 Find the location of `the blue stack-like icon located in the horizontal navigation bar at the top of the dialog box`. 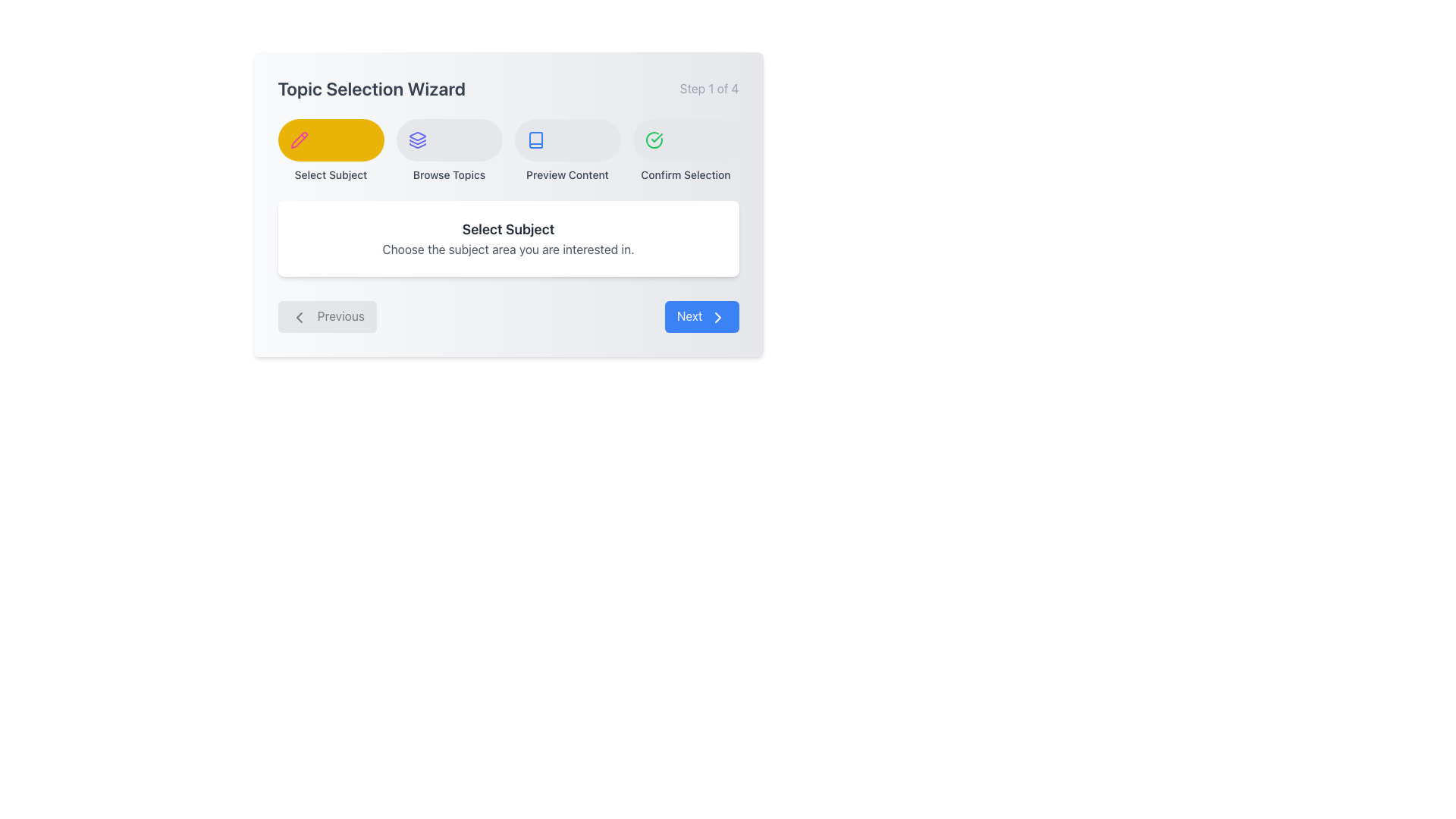

the blue stack-like icon located in the horizontal navigation bar at the top of the dialog box is located at coordinates (417, 140).